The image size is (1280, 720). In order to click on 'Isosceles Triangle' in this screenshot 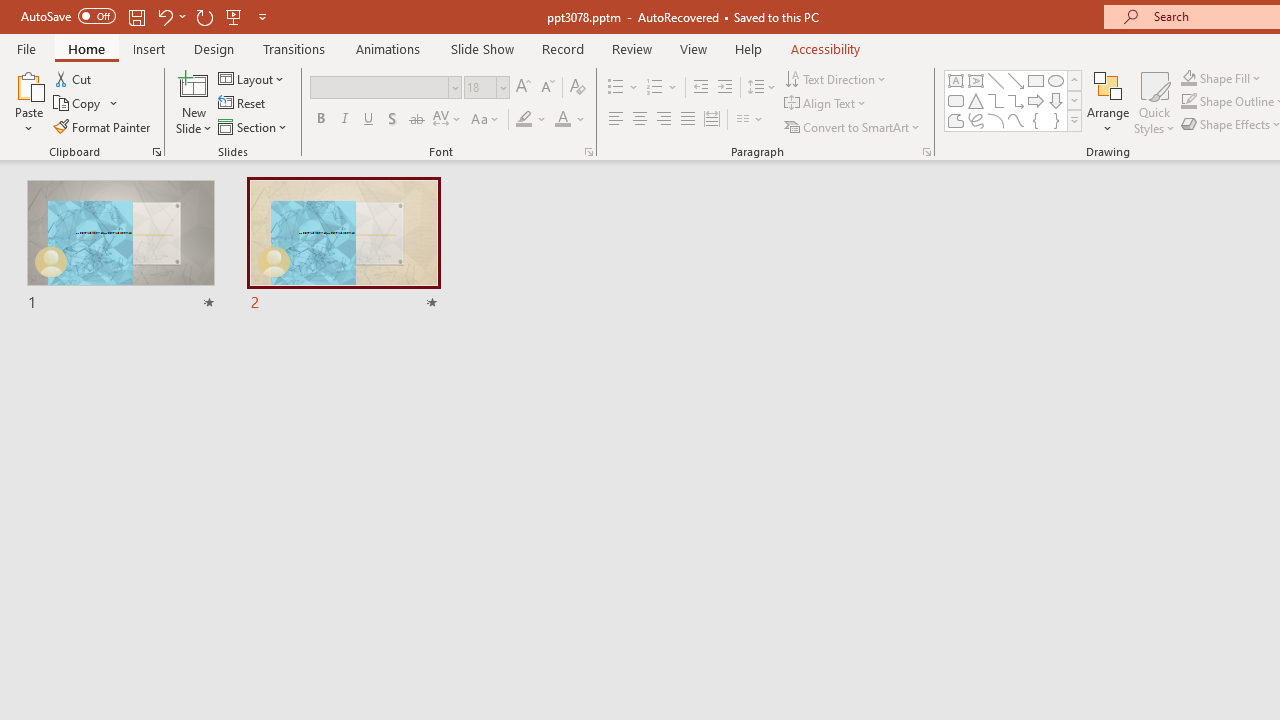, I will do `click(976, 100)`.